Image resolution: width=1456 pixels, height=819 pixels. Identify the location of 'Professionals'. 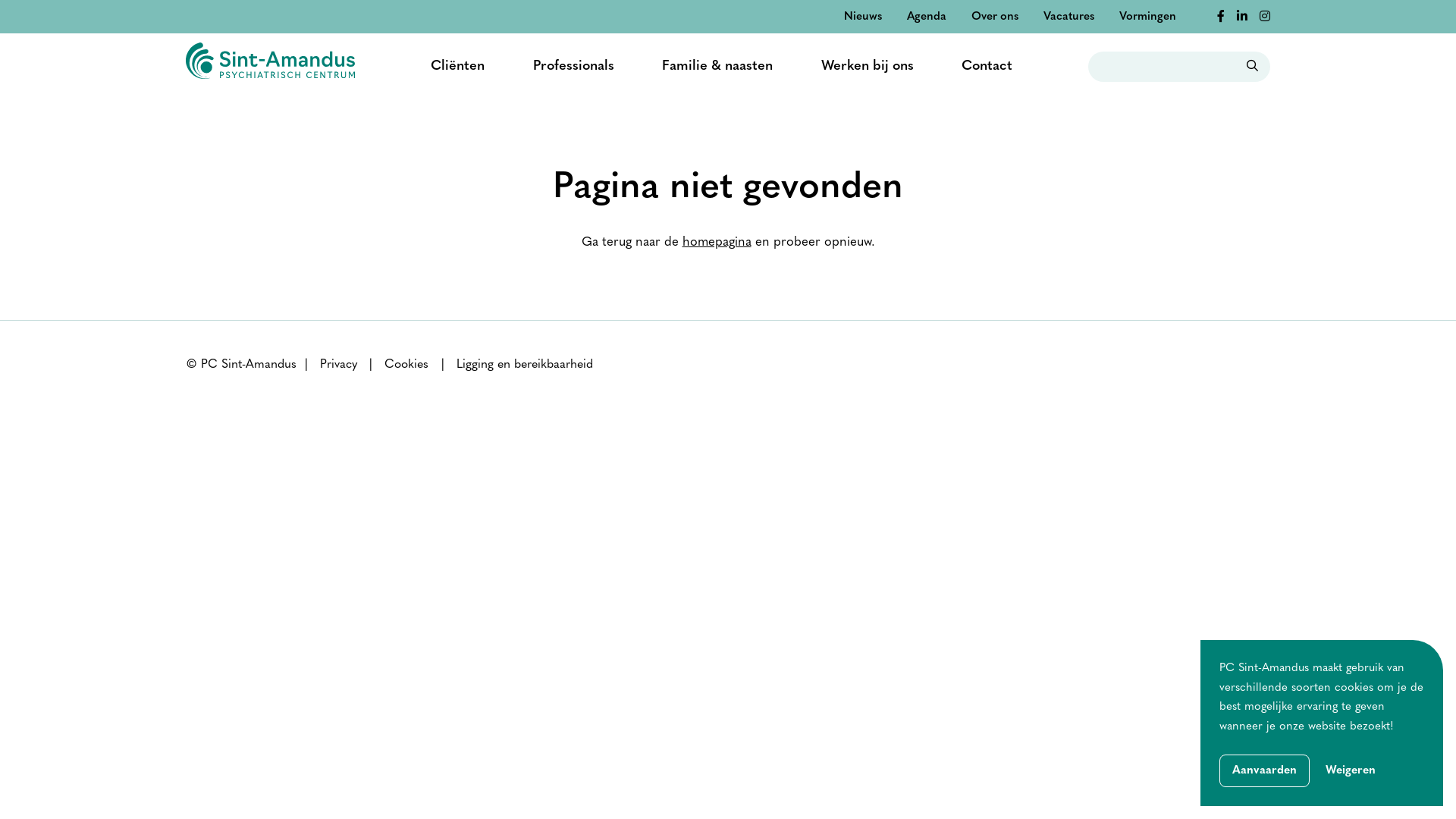
(573, 66).